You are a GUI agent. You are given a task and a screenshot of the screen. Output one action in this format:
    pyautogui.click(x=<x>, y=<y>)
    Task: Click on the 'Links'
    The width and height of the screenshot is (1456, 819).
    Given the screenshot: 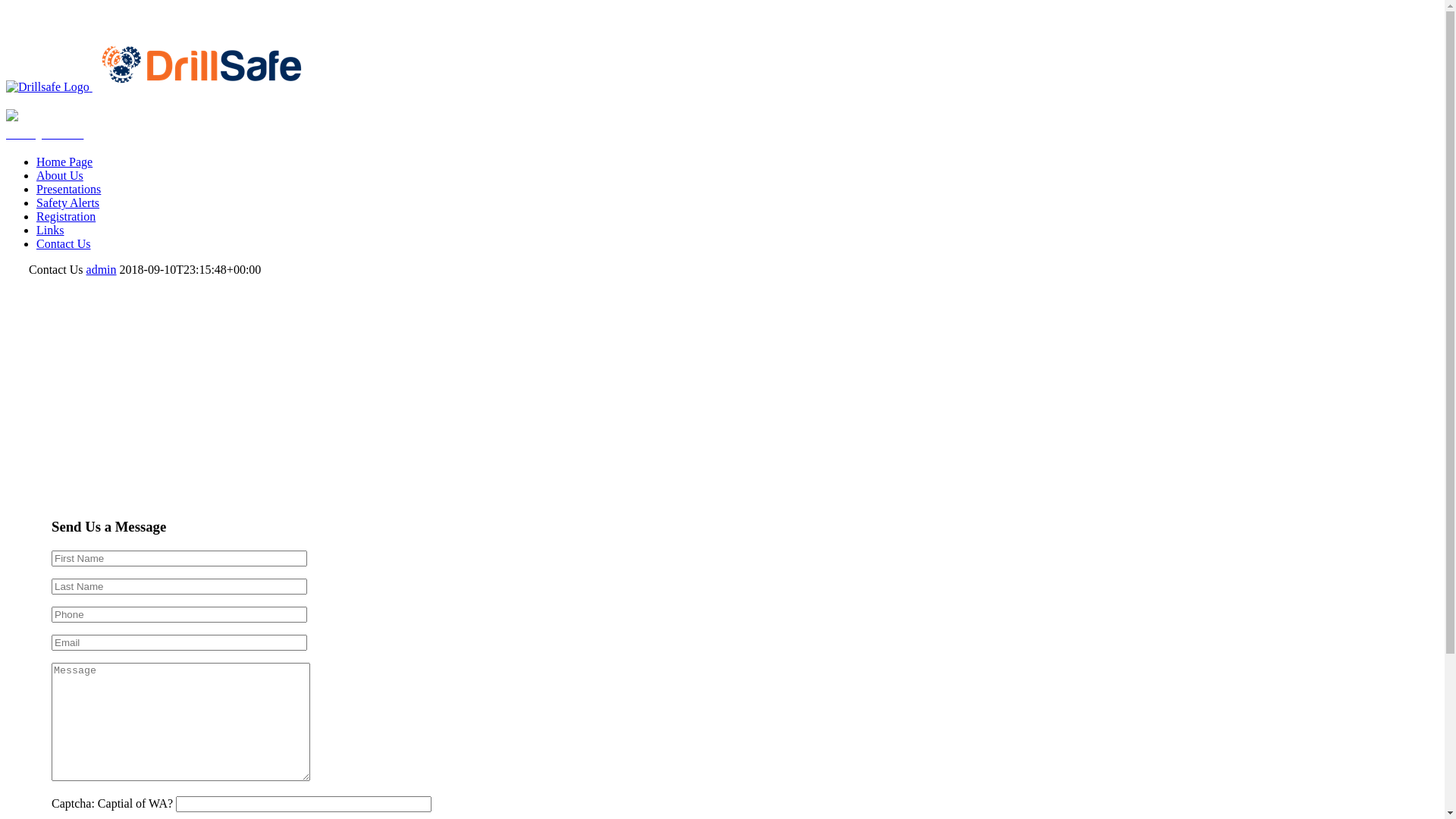 What is the action you would take?
    pyautogui.click(x=50, y=230)
    